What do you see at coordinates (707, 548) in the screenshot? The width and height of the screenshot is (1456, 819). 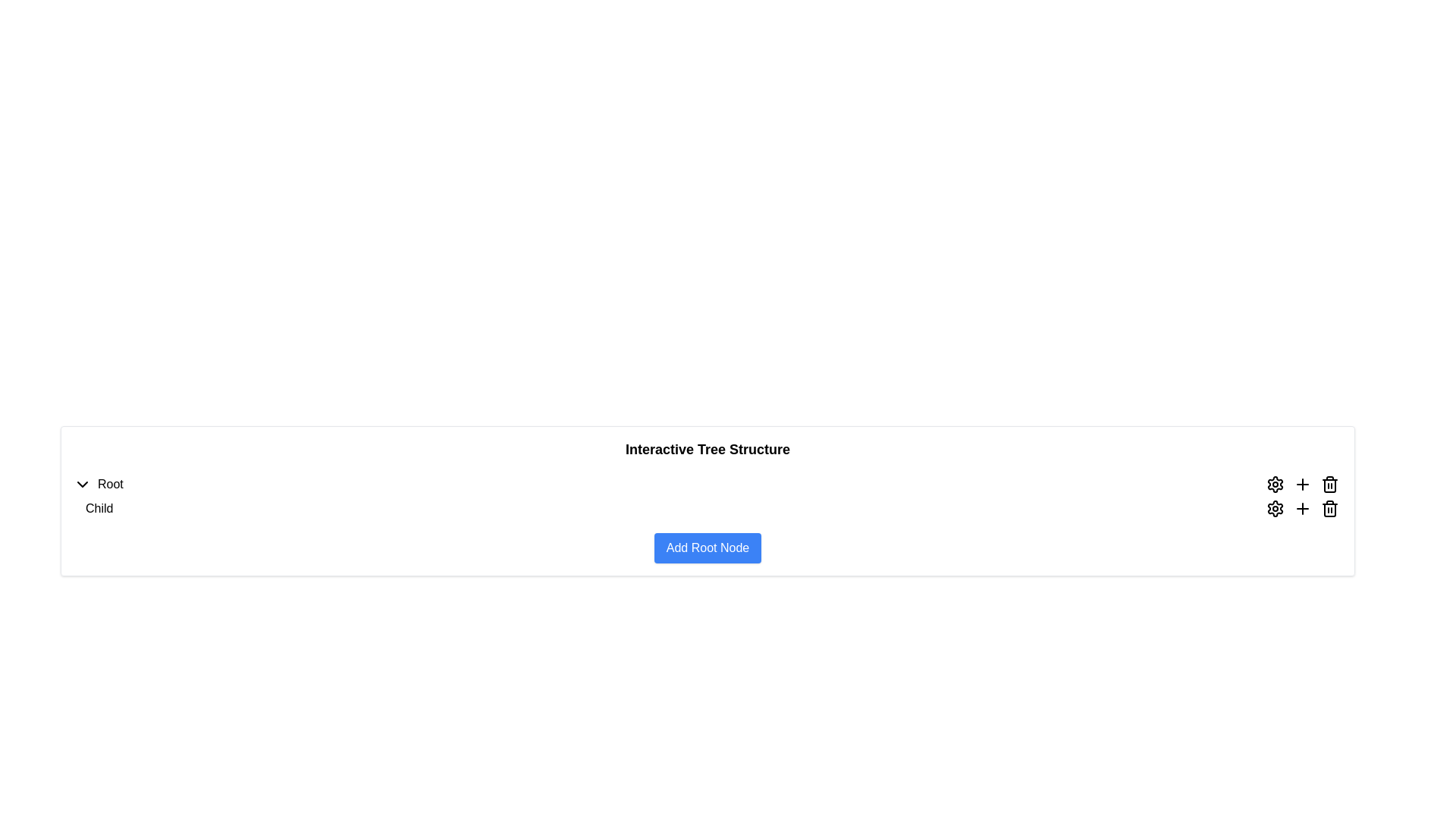 I see `the 'Add Root Node' button, which is a rectangular button with a blue background and white text, located below the 'Interactive Tree Structure' section` at bounding box center [707, 548].